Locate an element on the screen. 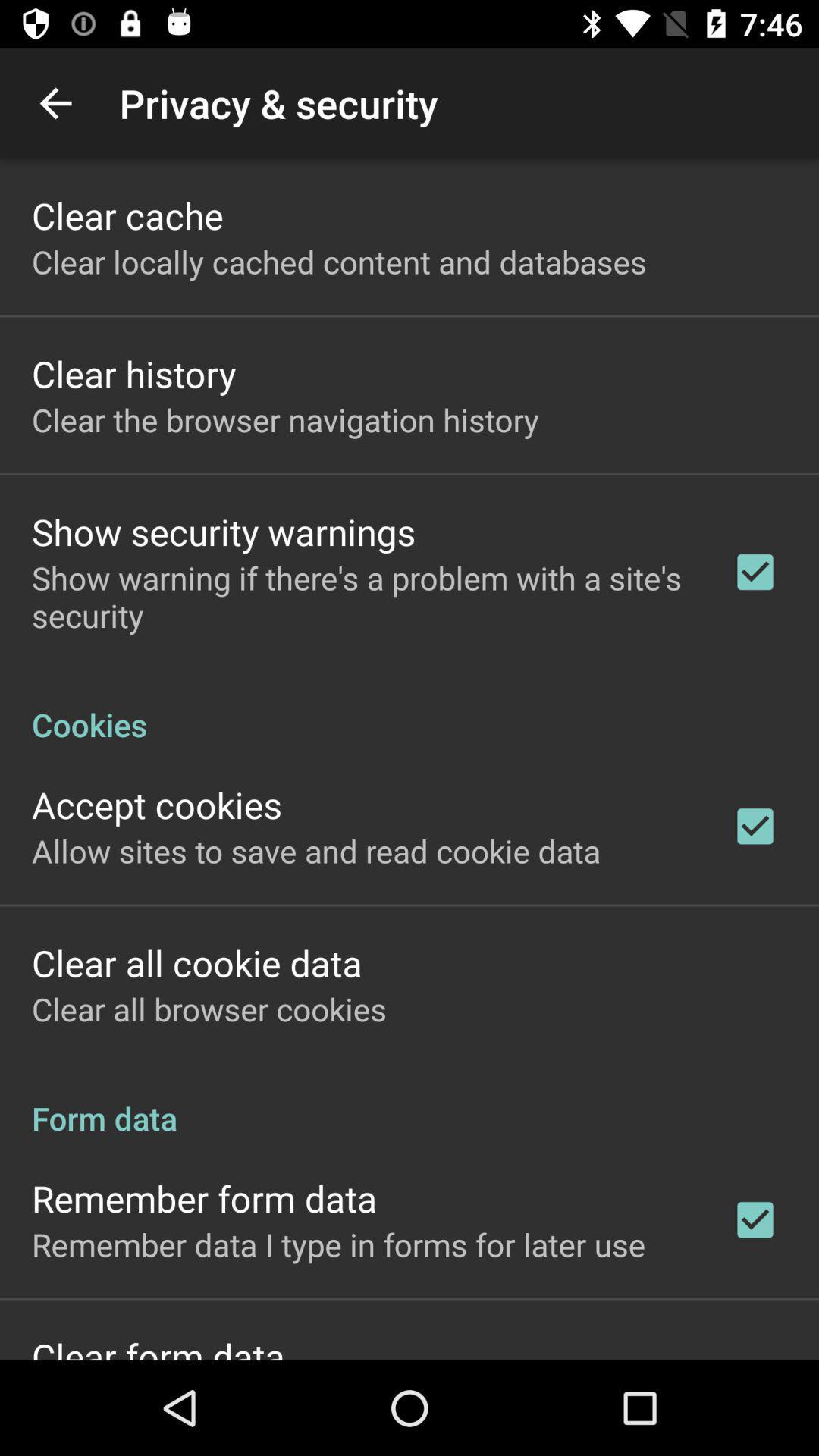  show warning if is located at coordinates (362, 595).